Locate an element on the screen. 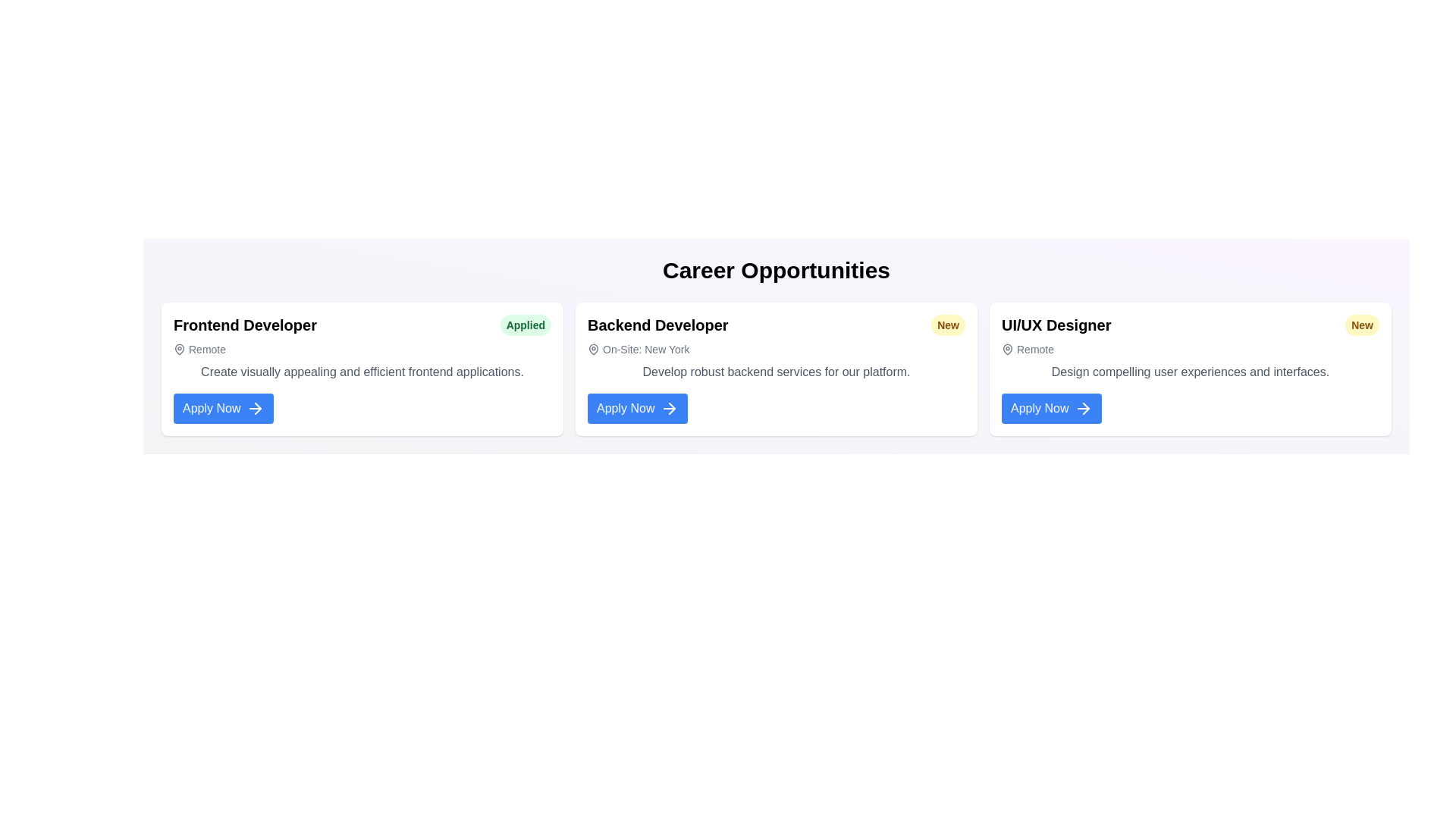  the red map pin icon located beside the 'Remote' label in the 'Frontend Developer' job card is located at coordinates (179, 348).